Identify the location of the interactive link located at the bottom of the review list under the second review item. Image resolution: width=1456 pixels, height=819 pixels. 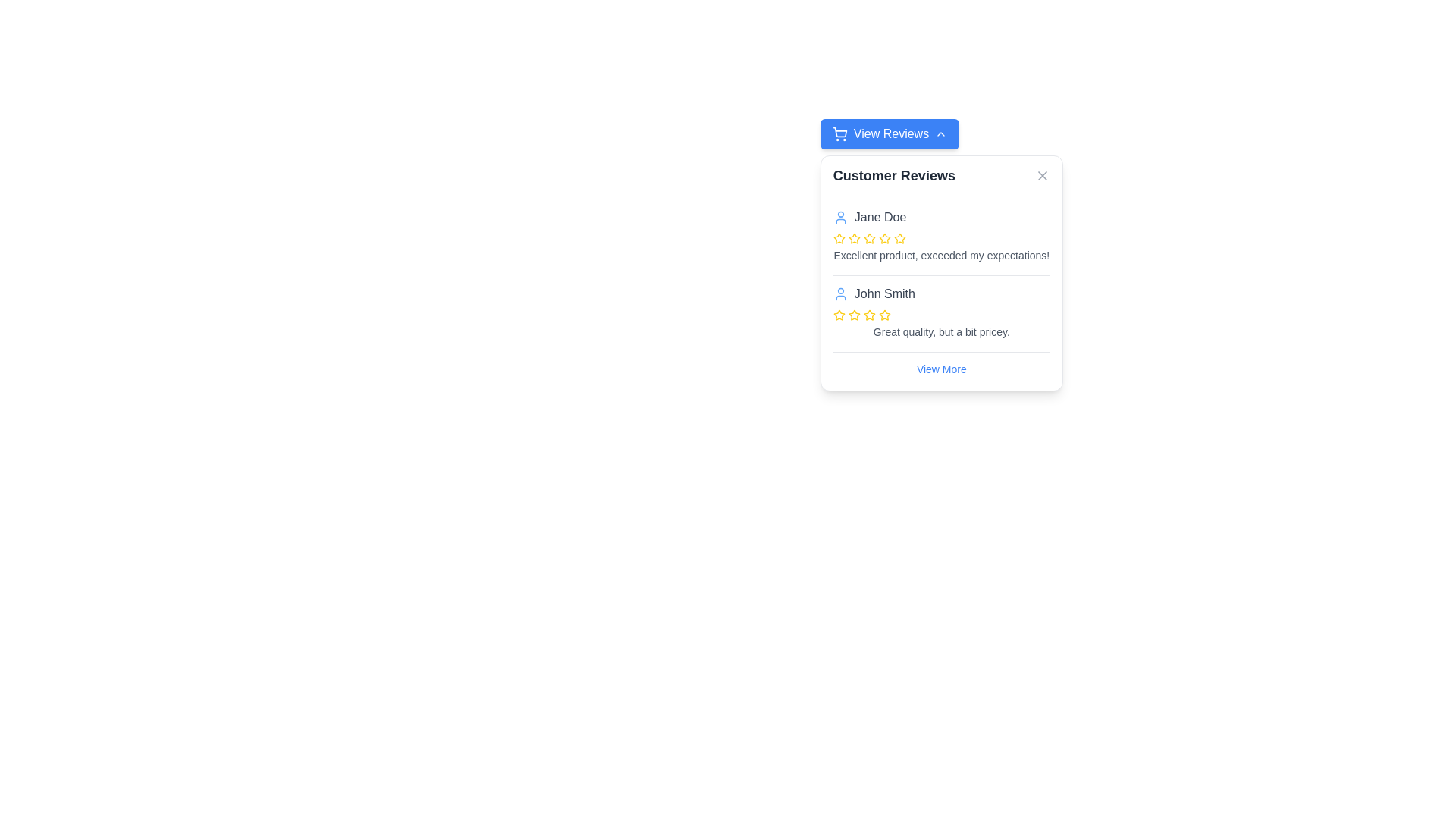
(940, 369).